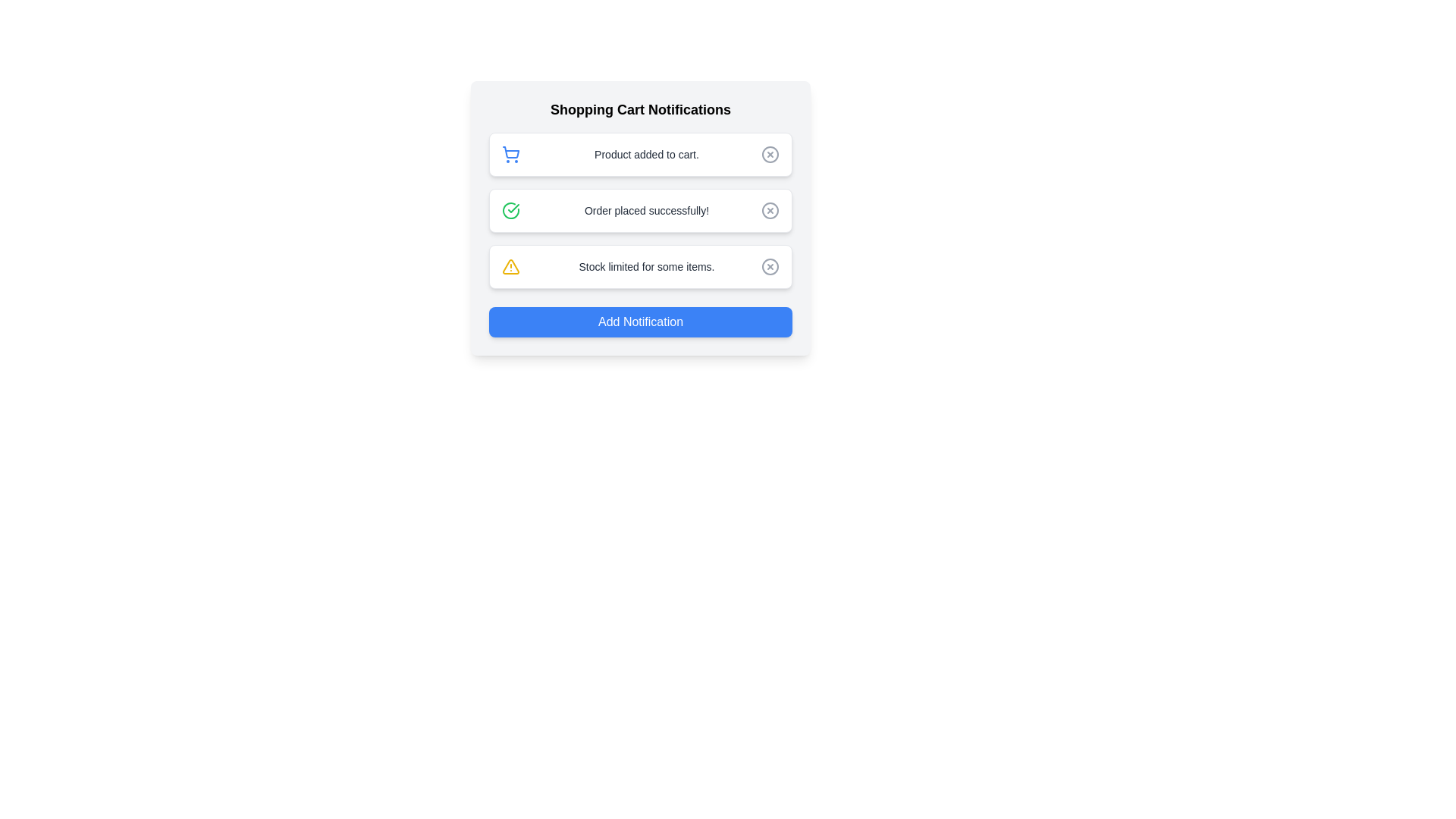  Describe the element at coordinates (511, 152) in the screenshot. I see `the shopping cart icon located in the topmost notification card under 'Shopping Cart Notifications', positioned to the left of the text 'Product added to cart'` at that location.